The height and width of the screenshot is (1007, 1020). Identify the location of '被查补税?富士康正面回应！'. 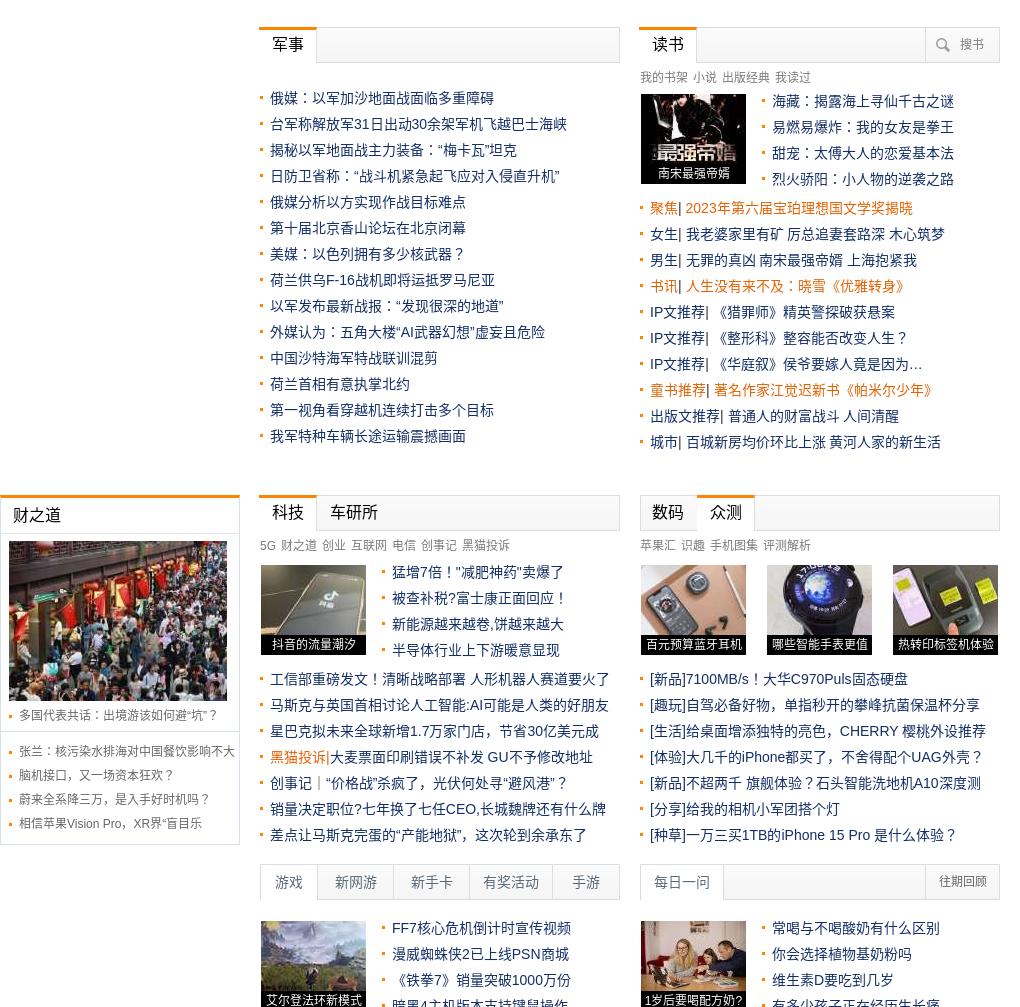
(479, 596).